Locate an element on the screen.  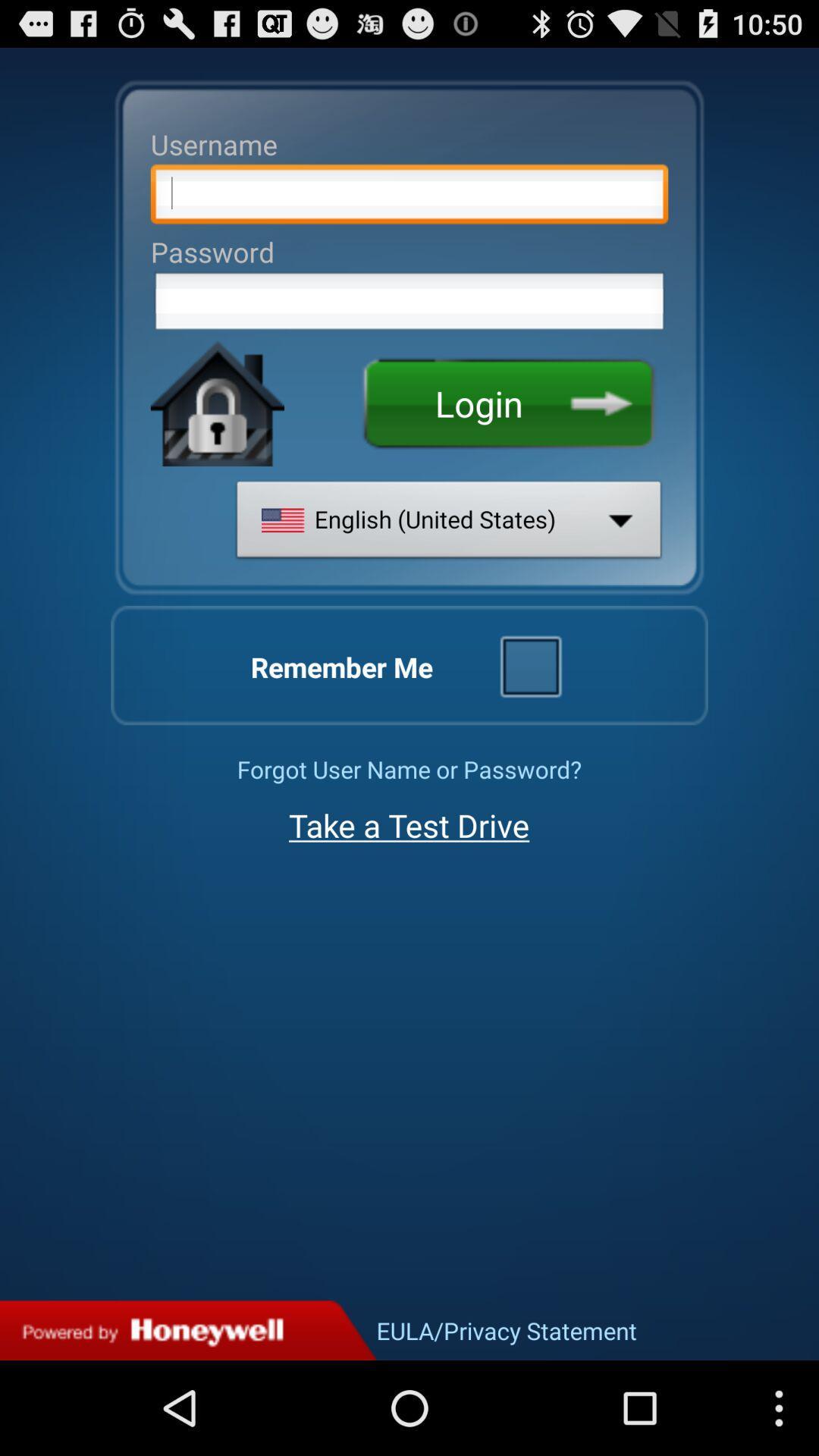
remember me button is located at coordinates (529, 665).